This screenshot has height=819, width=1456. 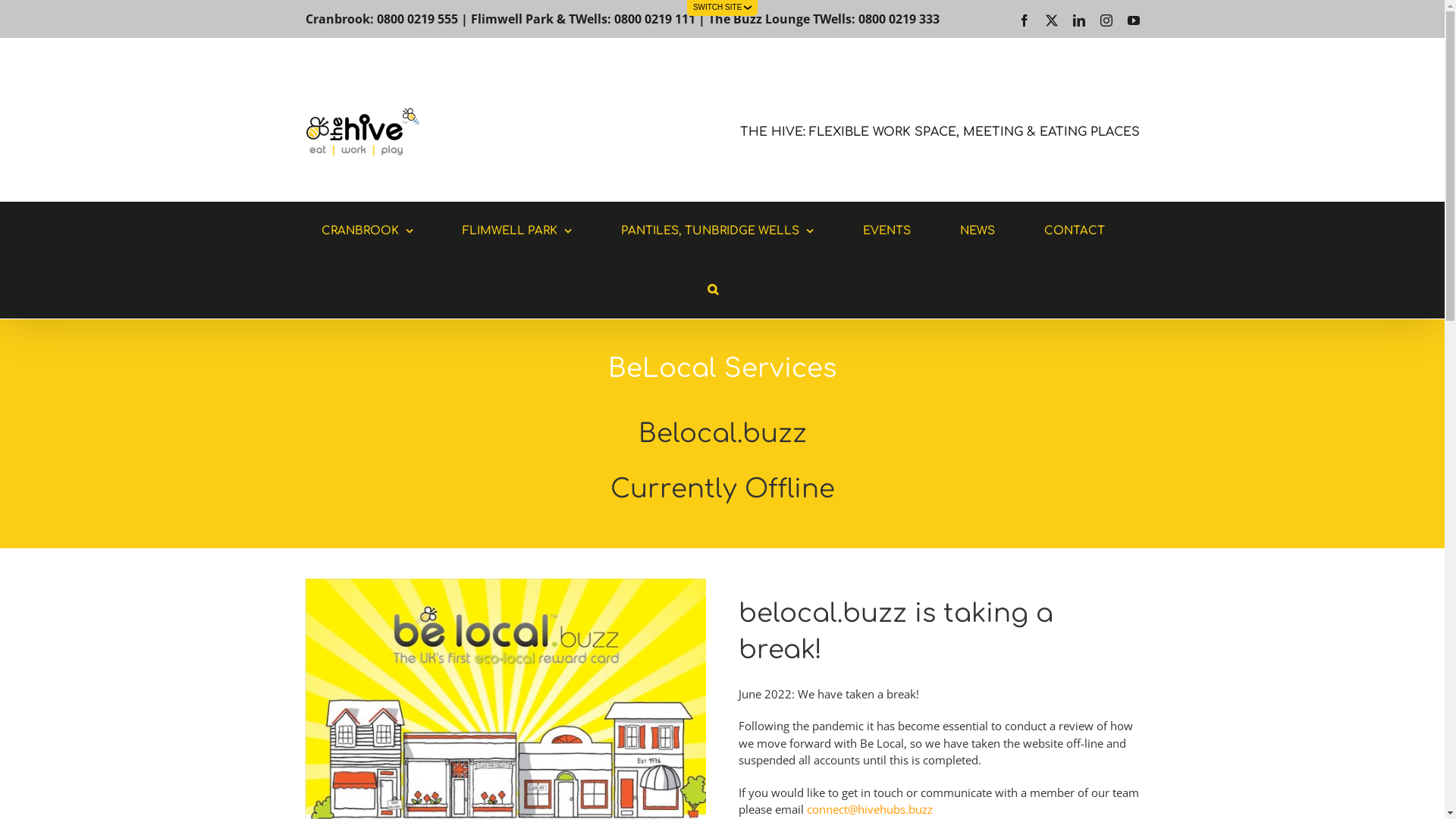 I want to click on 'FLIMWELL PARK', so click(x=516, y=231).